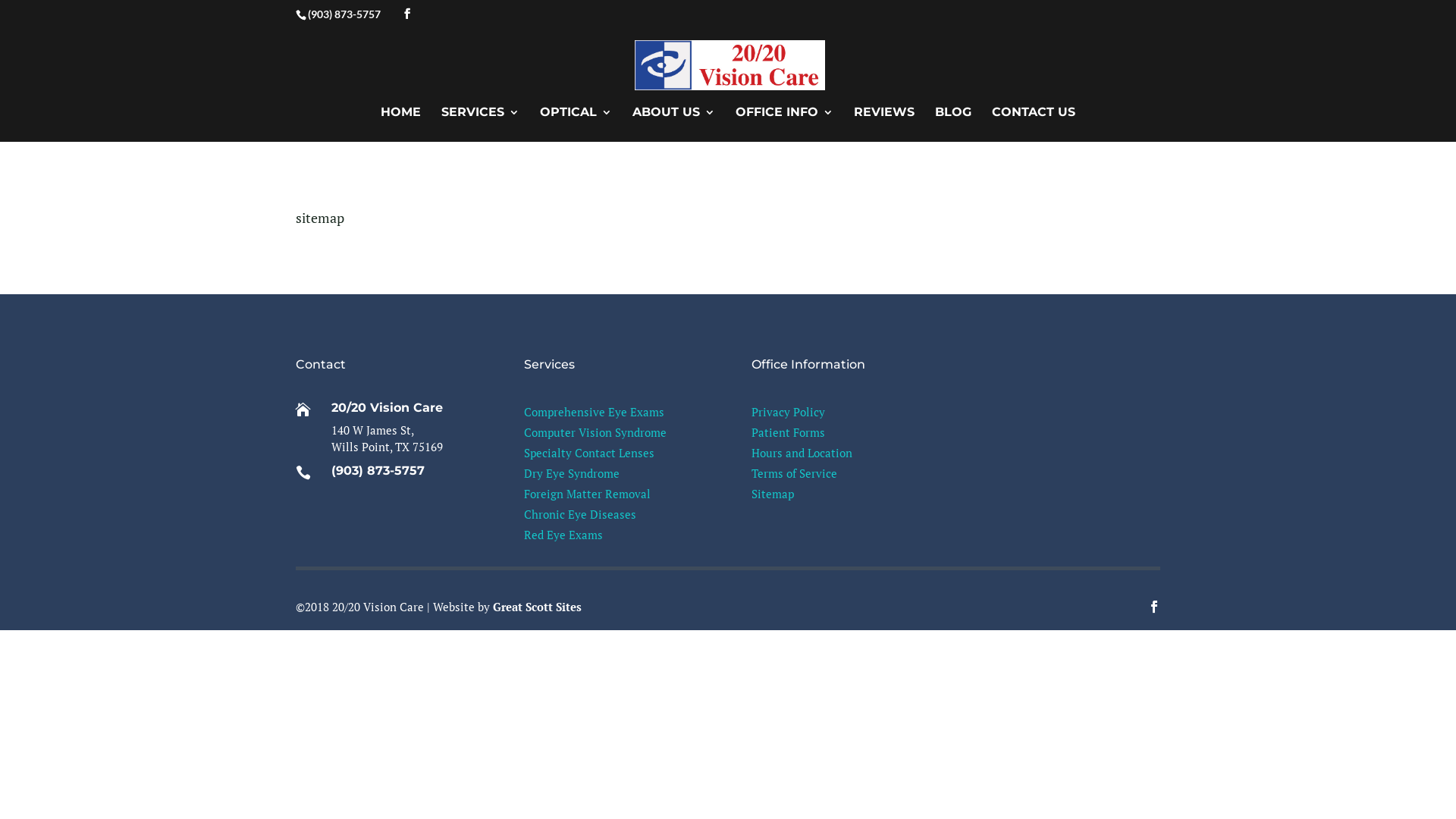 Image resolution: width=1456 pixels, height=819 pixels. Describe the element at coordinates (788, 412) in the screenshot. I see `'Privacy Policy'` at that location.